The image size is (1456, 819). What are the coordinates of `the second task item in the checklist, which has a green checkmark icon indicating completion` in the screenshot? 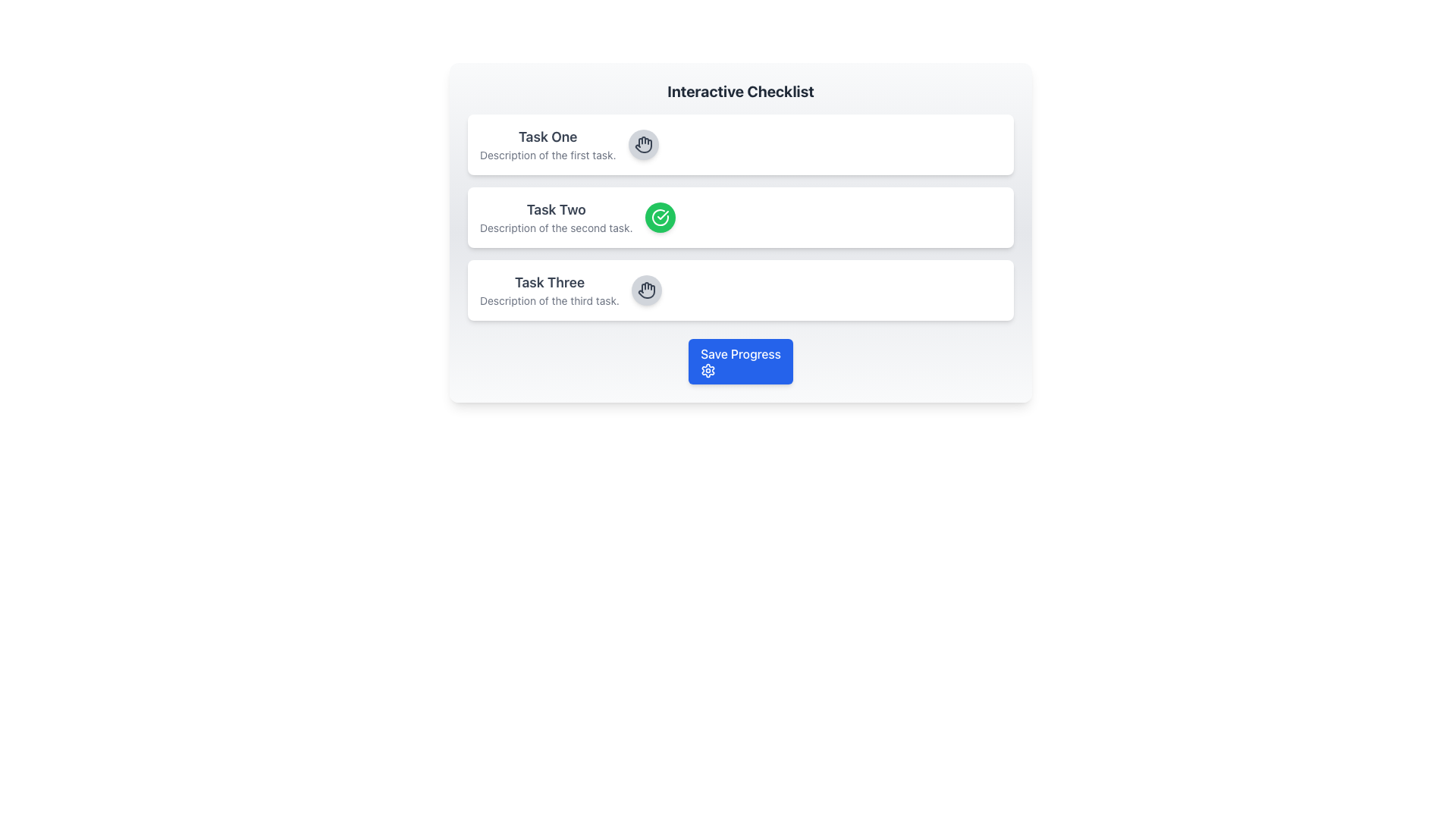 It's located at (741, 217).